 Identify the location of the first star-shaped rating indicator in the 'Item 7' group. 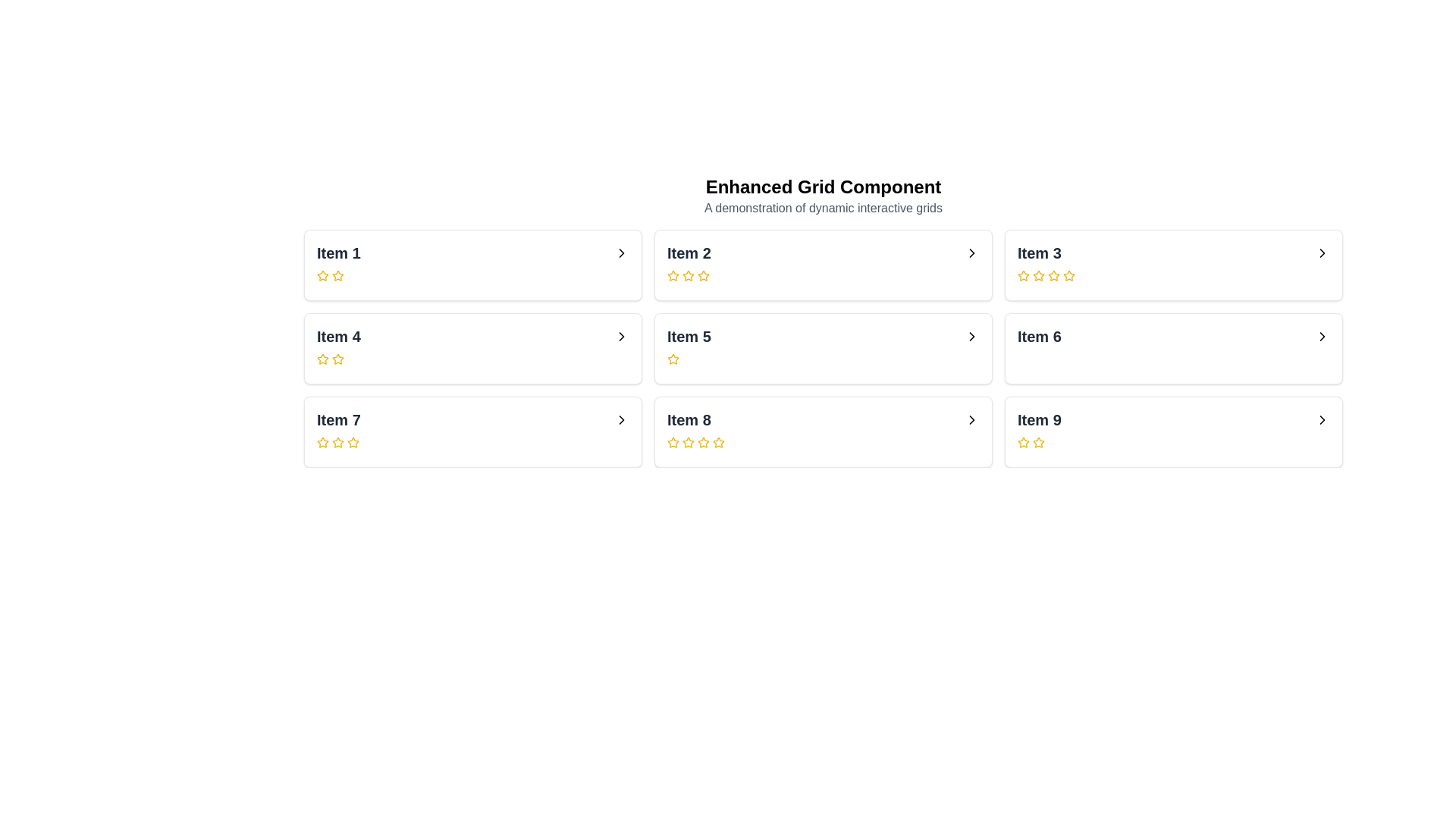
(322, 442).